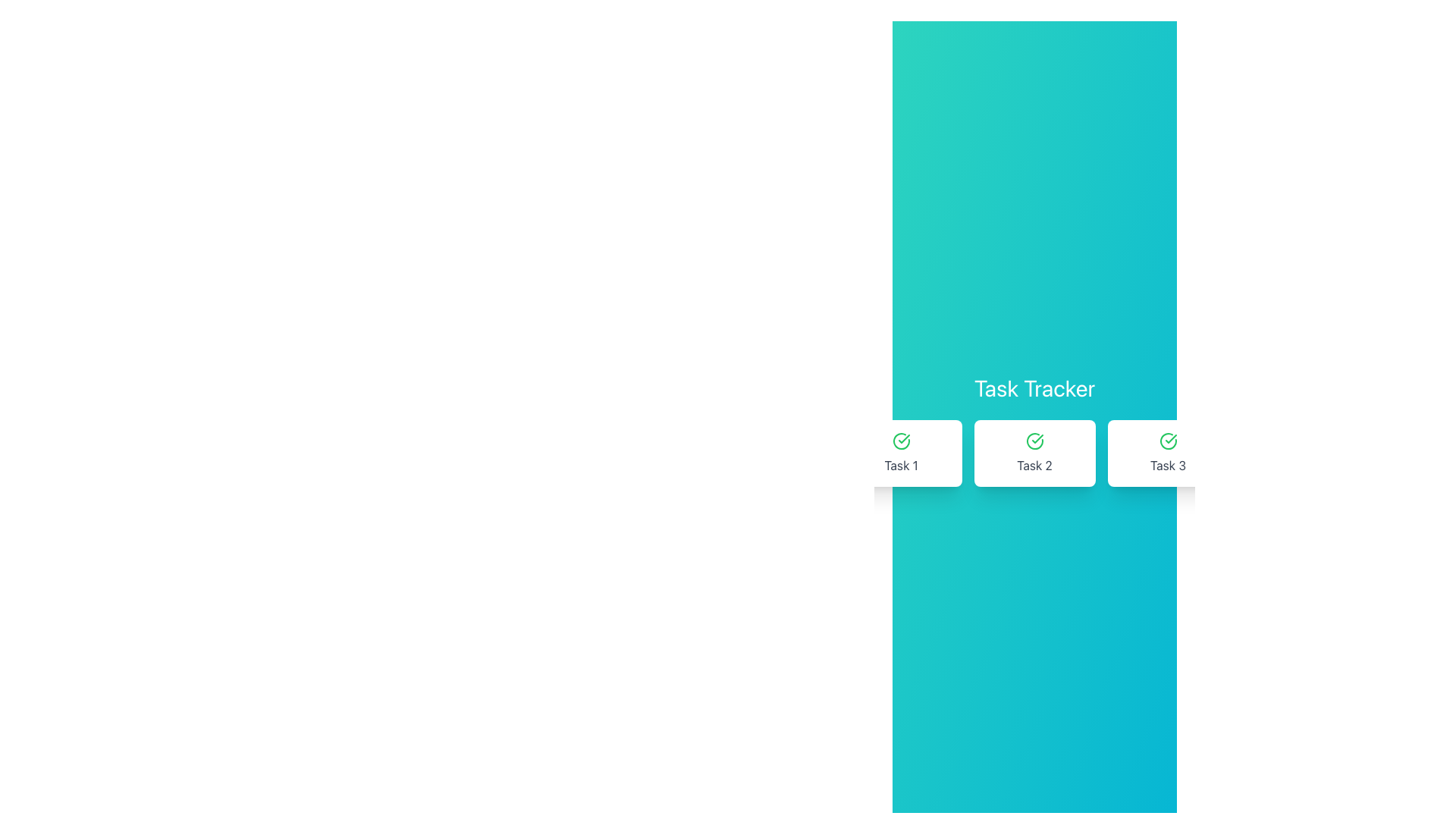 The width and height of the screenshot is (1456, 819). What do you see at coordinates (1170, 438) in the screenshot?
I see `the small green checkmark icon located inside a circular border in the second card of a horizontal list of task cards` at bounding box center [1170, 438].